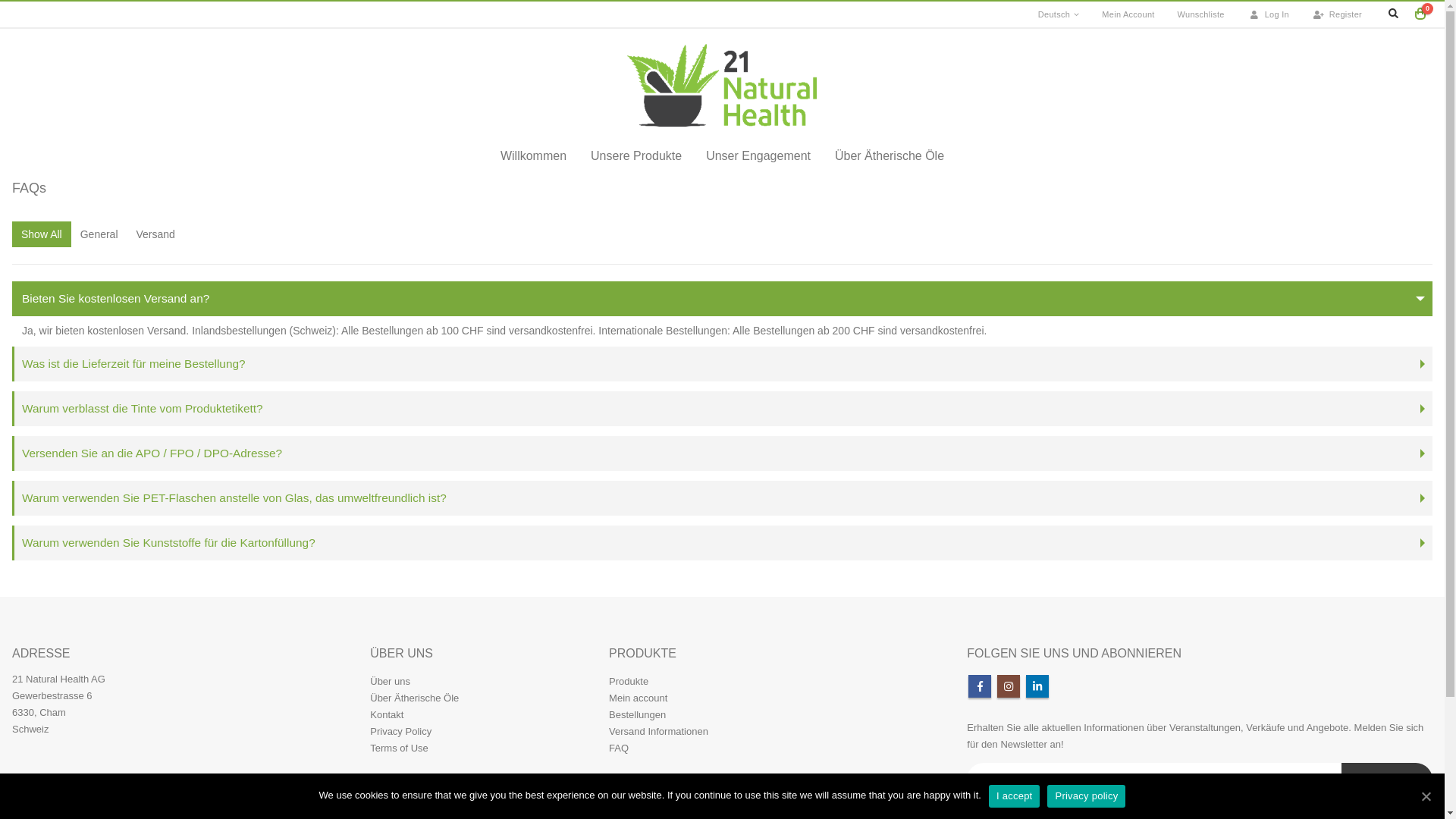  What do you see at coordinates (989, 795) in the screenshot?
I see `'I accept'` at bounding box center [989, 795].